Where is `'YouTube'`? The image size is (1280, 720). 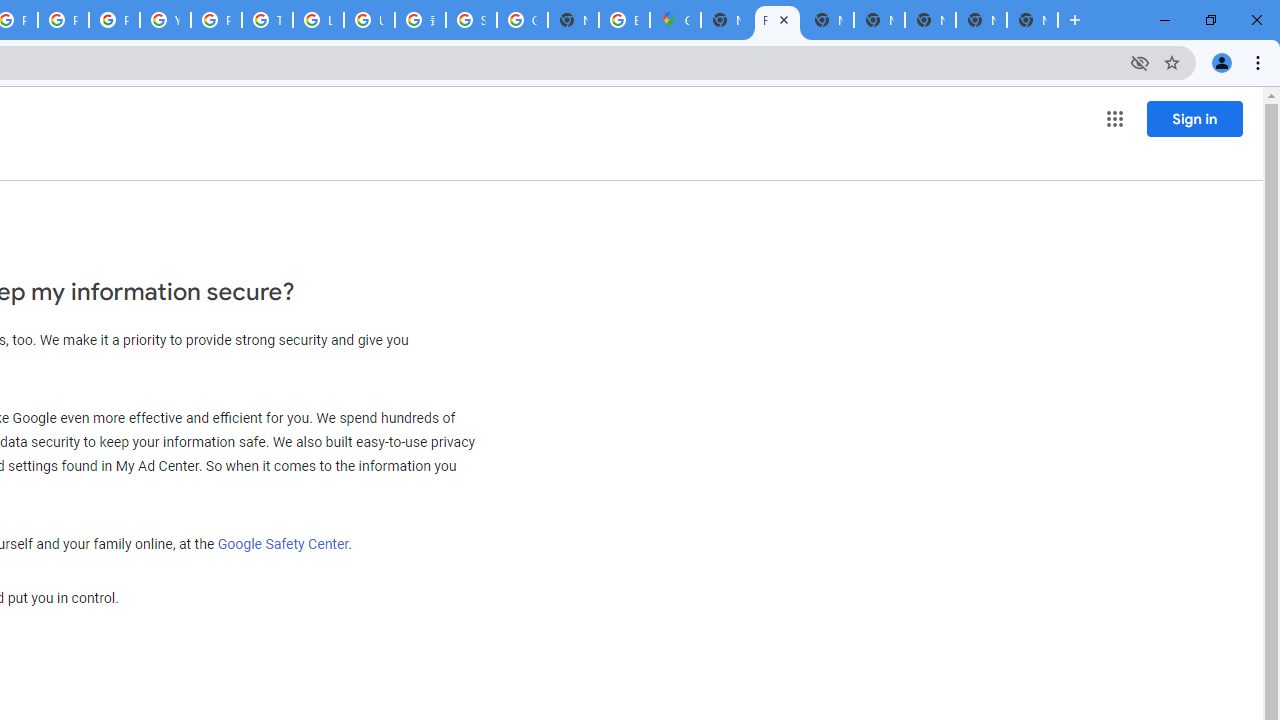 'YouTube' is located at coordinates (165, 20).